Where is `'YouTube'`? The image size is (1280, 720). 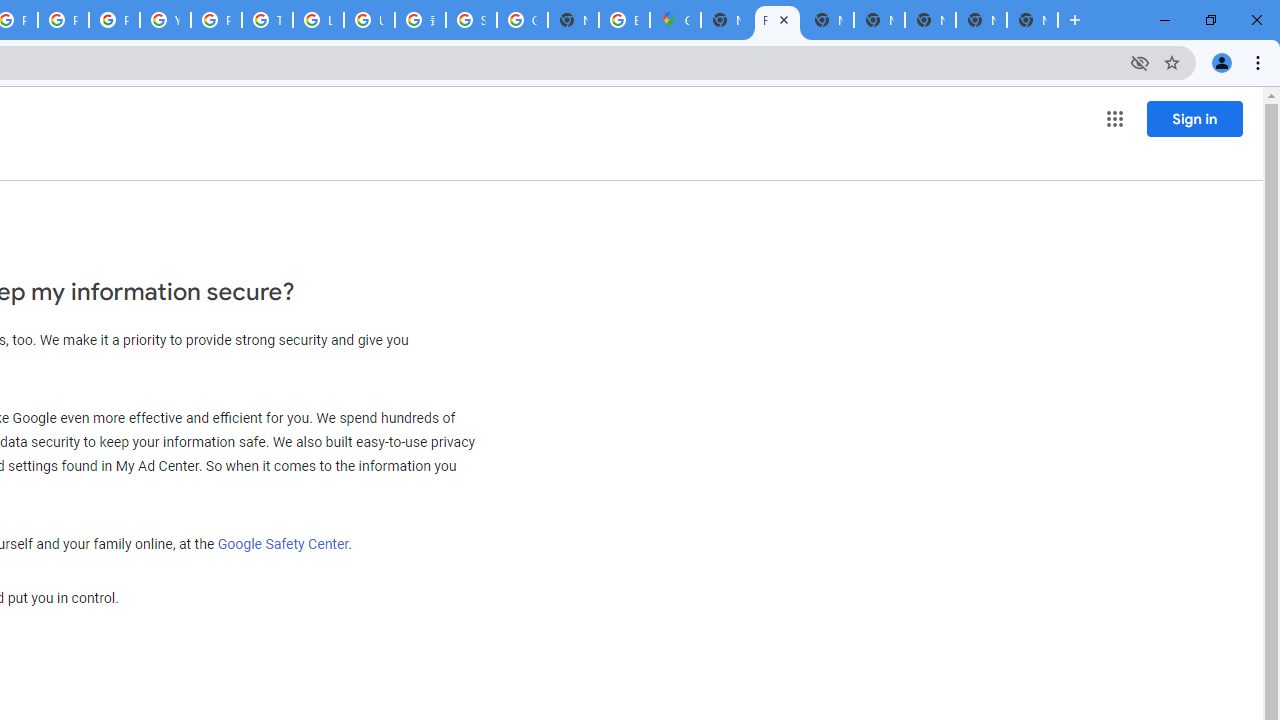 'YouTube' is located at coordinates (165, 20).